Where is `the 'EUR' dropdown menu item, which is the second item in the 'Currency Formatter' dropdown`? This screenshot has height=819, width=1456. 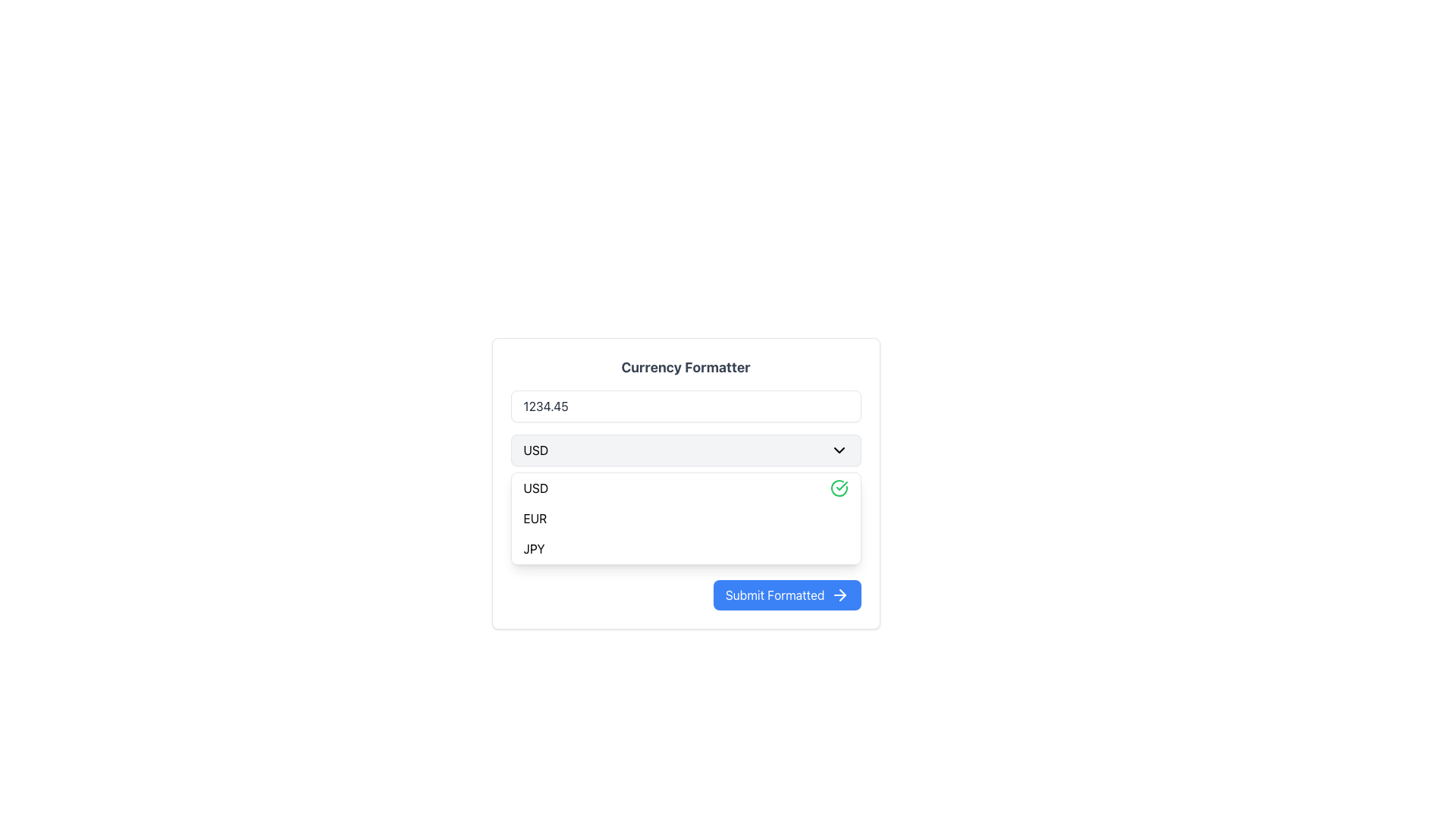 the 'EUR' dropdown menu item, which is the second item in the 'Currency Formatter' dropdown is located at coordinates (685, 517).